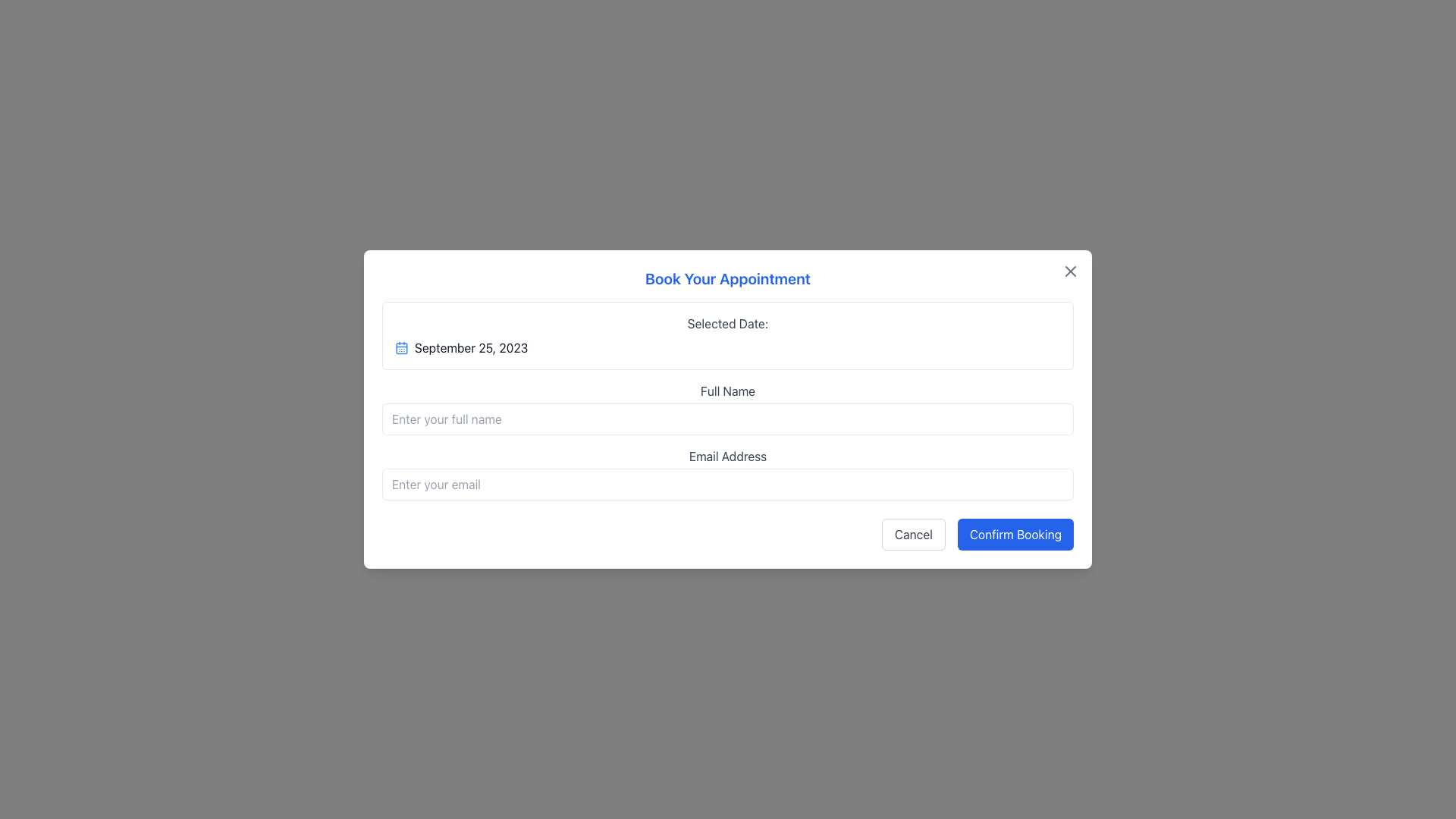 This screenshot has height=819, width=1456. What do you see at coordinates (1069, 271) in the screenshot?
I see `the Close Icon, which is an 'X' shaped button located in the top-right corner of the 'Book Your Appointment' modal` at bounding box center [1069, 271].